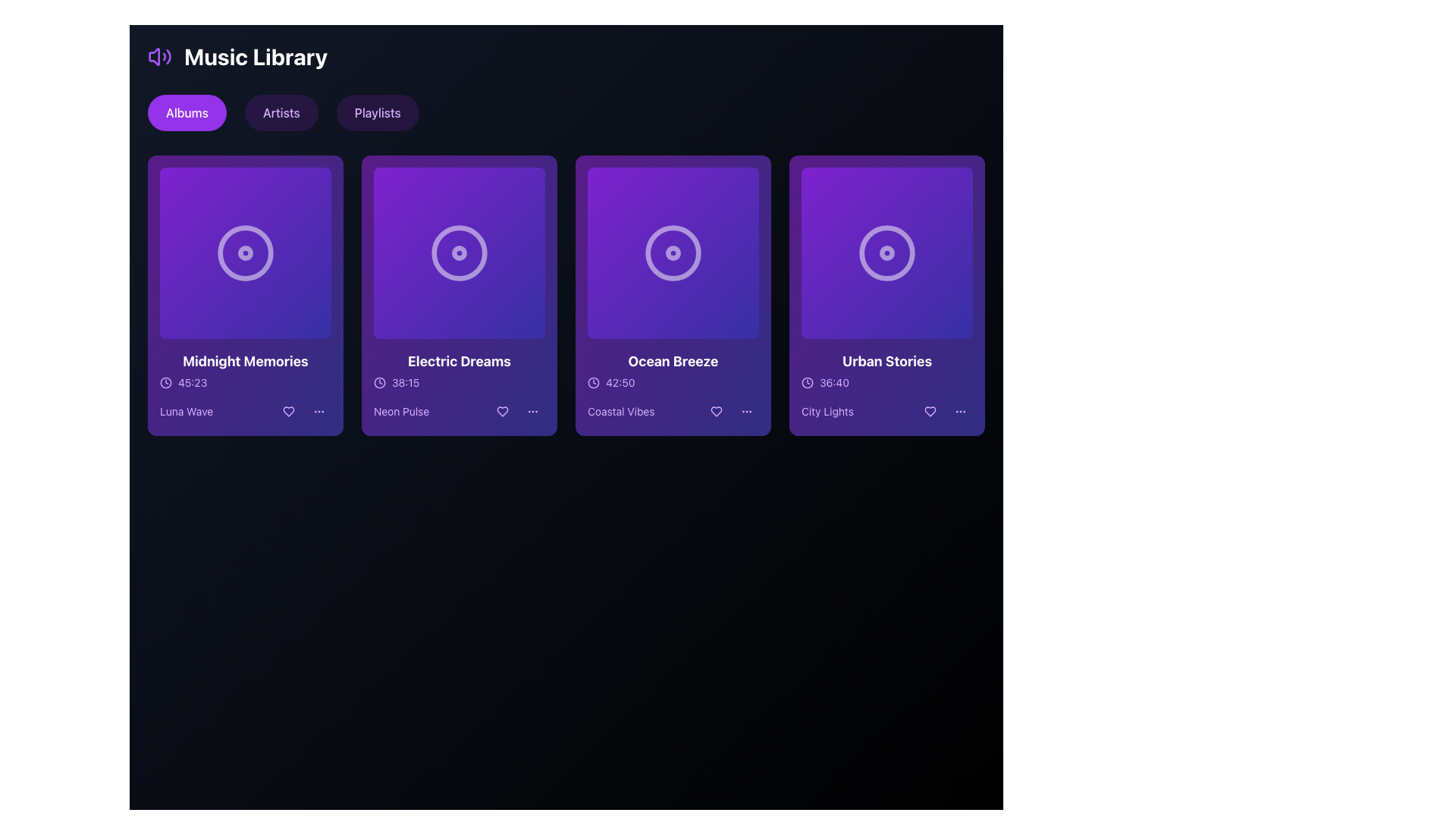 Image resolution: width=1456 pixels, height=819 pixels. What do you see at coordinates (288, 412) in the screenshot?
I see `the heart-shaped icon filled with purple color located at the bottom-right section of the 'Midnight Memories' music card to mark or unmark it as favorite` at bounding box center [288, 412].